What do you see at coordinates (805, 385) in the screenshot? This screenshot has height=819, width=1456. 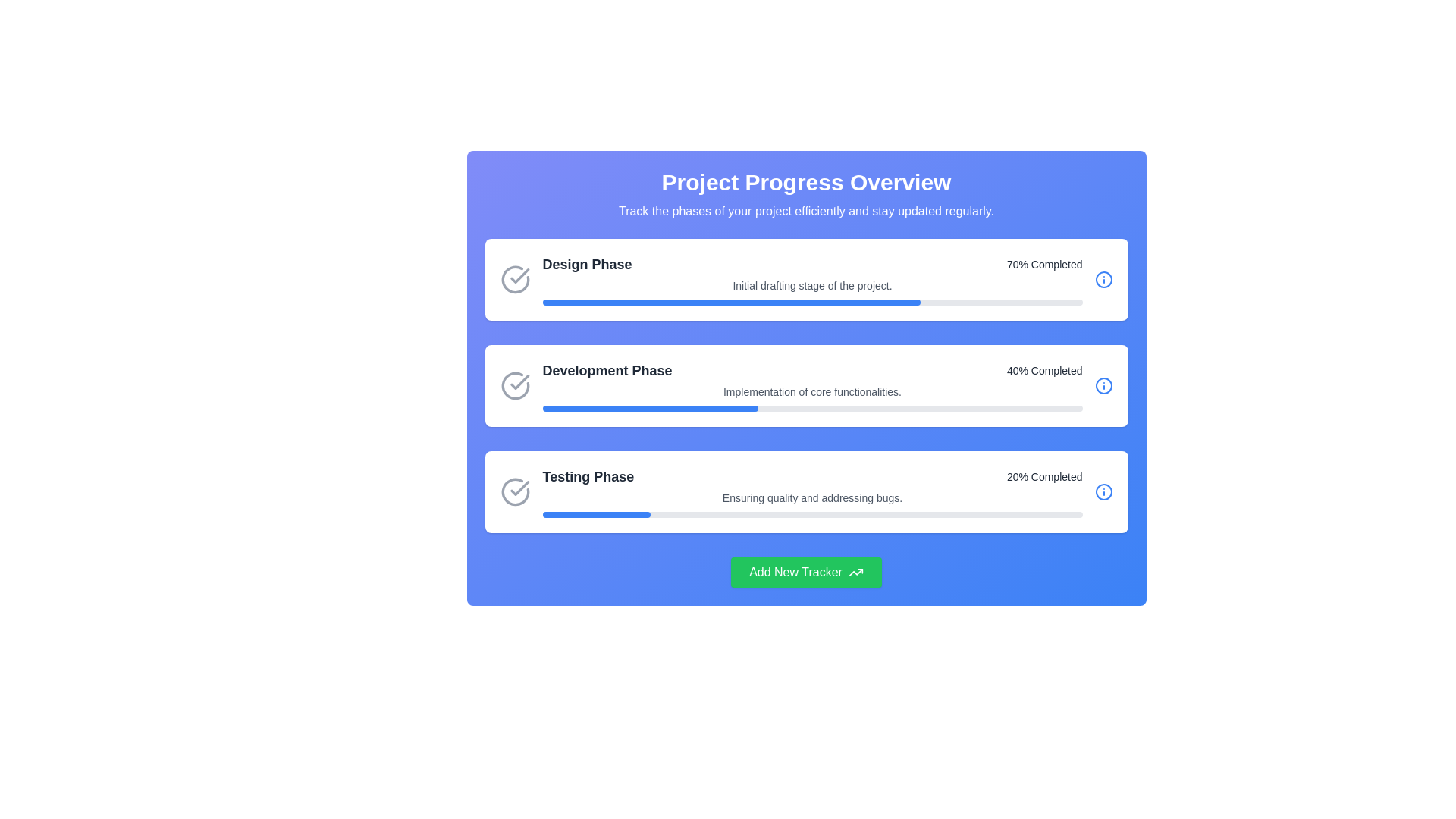 I see `the Progress Indicator Block located at the center of the page, which shows the development phase progress percentage and related details` at bounding box center [805, 385].